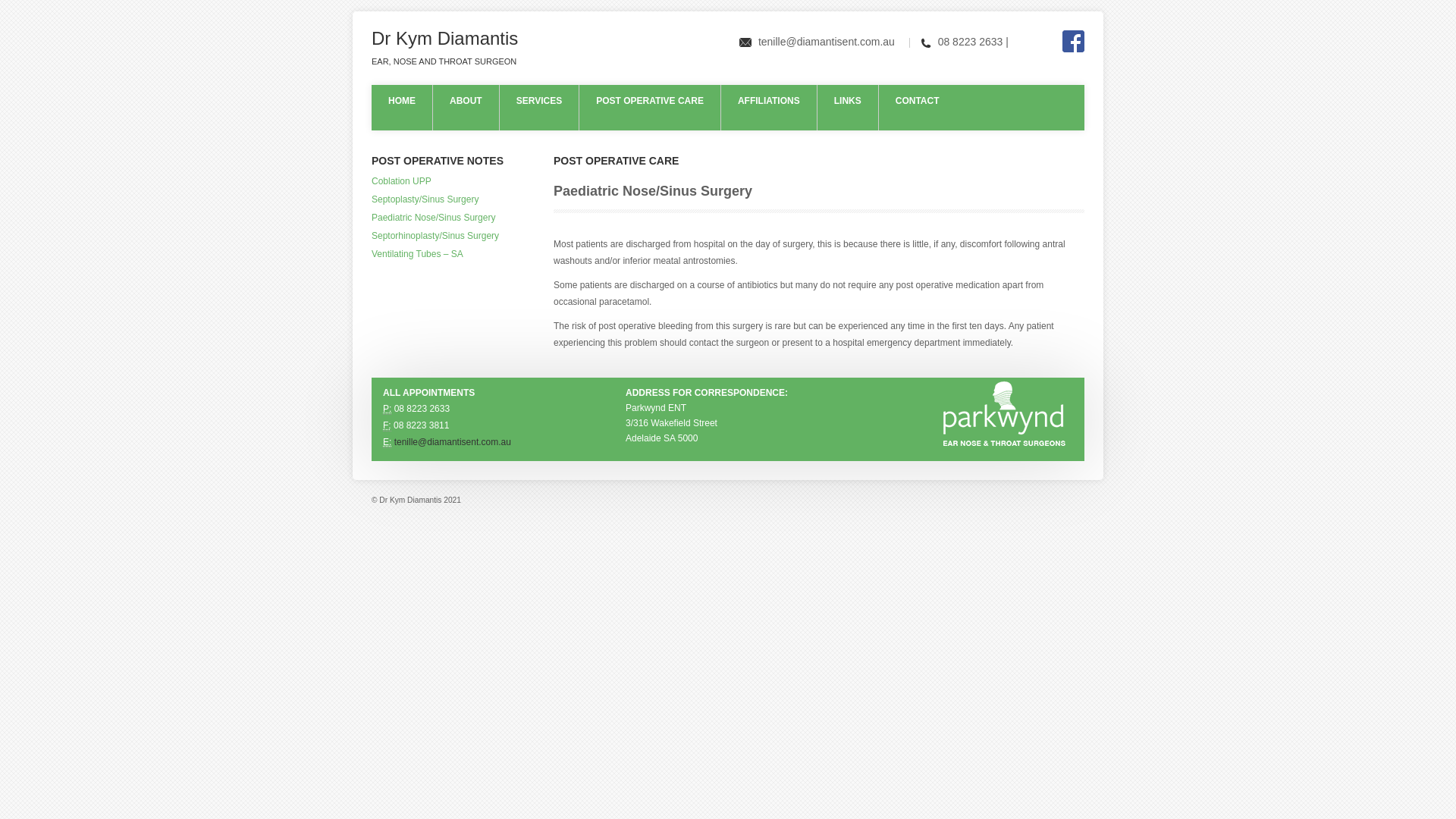 This screenshot has height=819, width=1456. I want to click on 'tenille@diamantisent.com.au', so click(824, 40).